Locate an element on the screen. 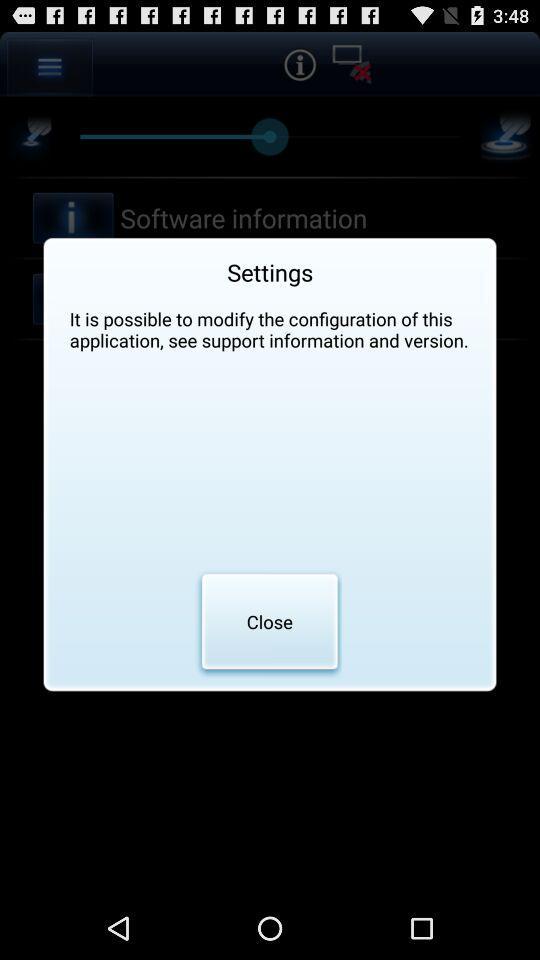 The image size is (540, 960). the info icon is located at coordinates (298, 68).